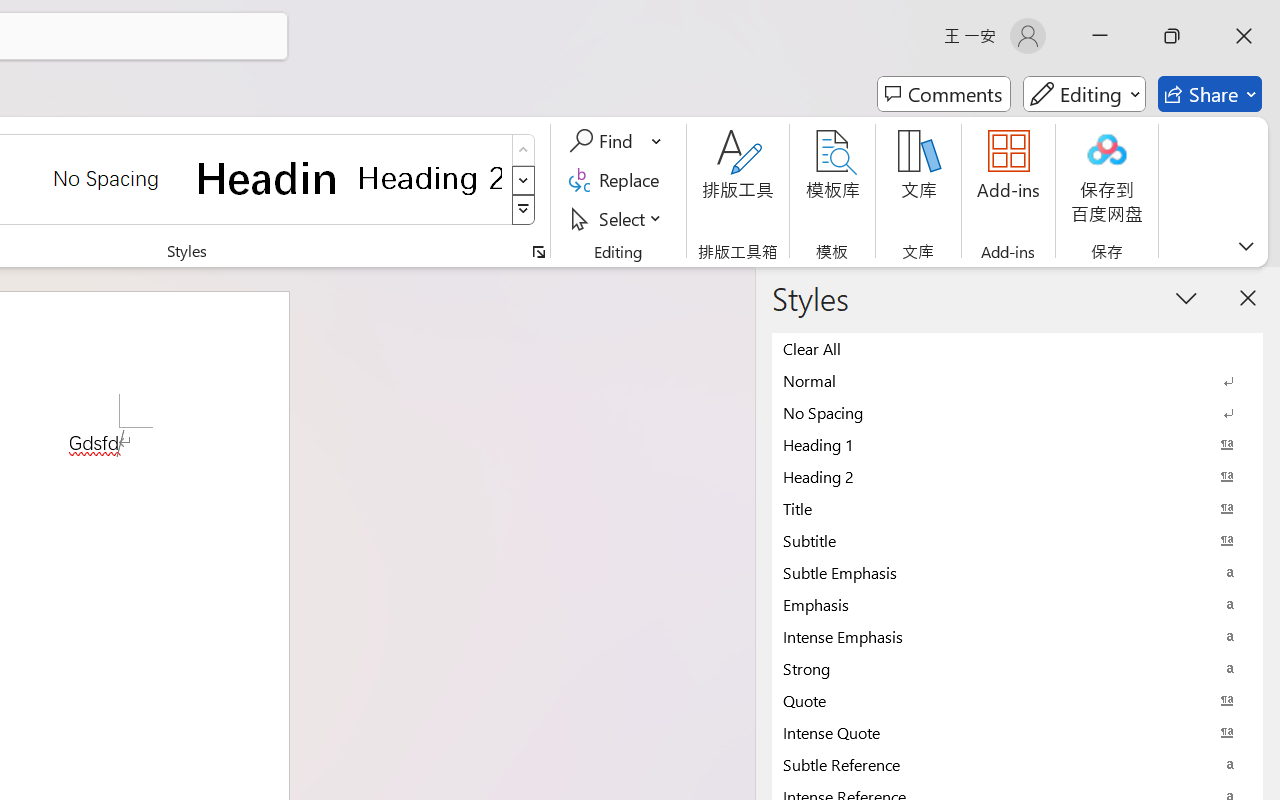 This screenshot has height=800, width=1280. I want to click on 'Subtitle', so click(1017, 540).